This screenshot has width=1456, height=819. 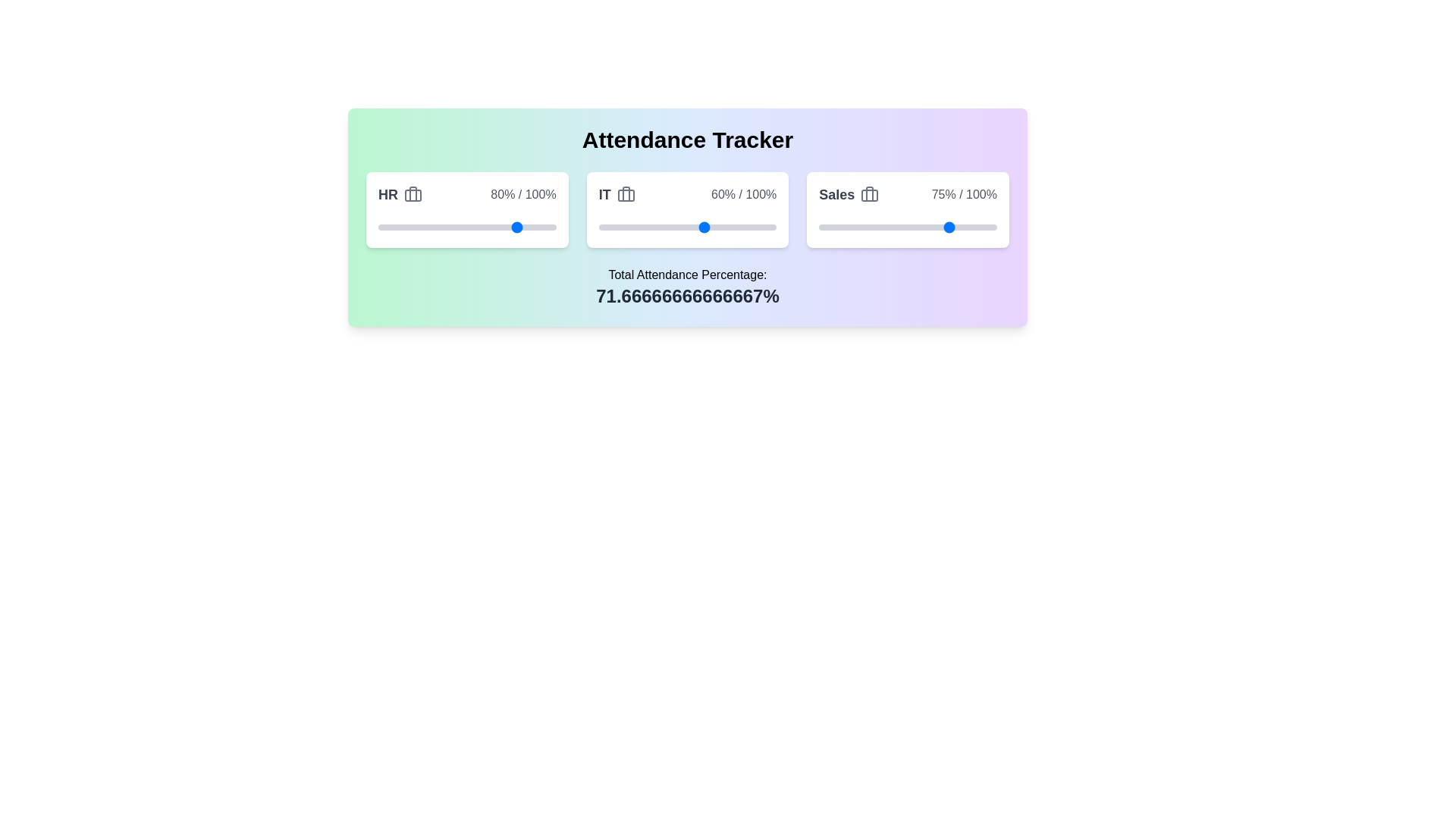 What do you see at coordinates (438, 227) in the screenshot?
I see `the HR slider` at bounding box center [438, 227].